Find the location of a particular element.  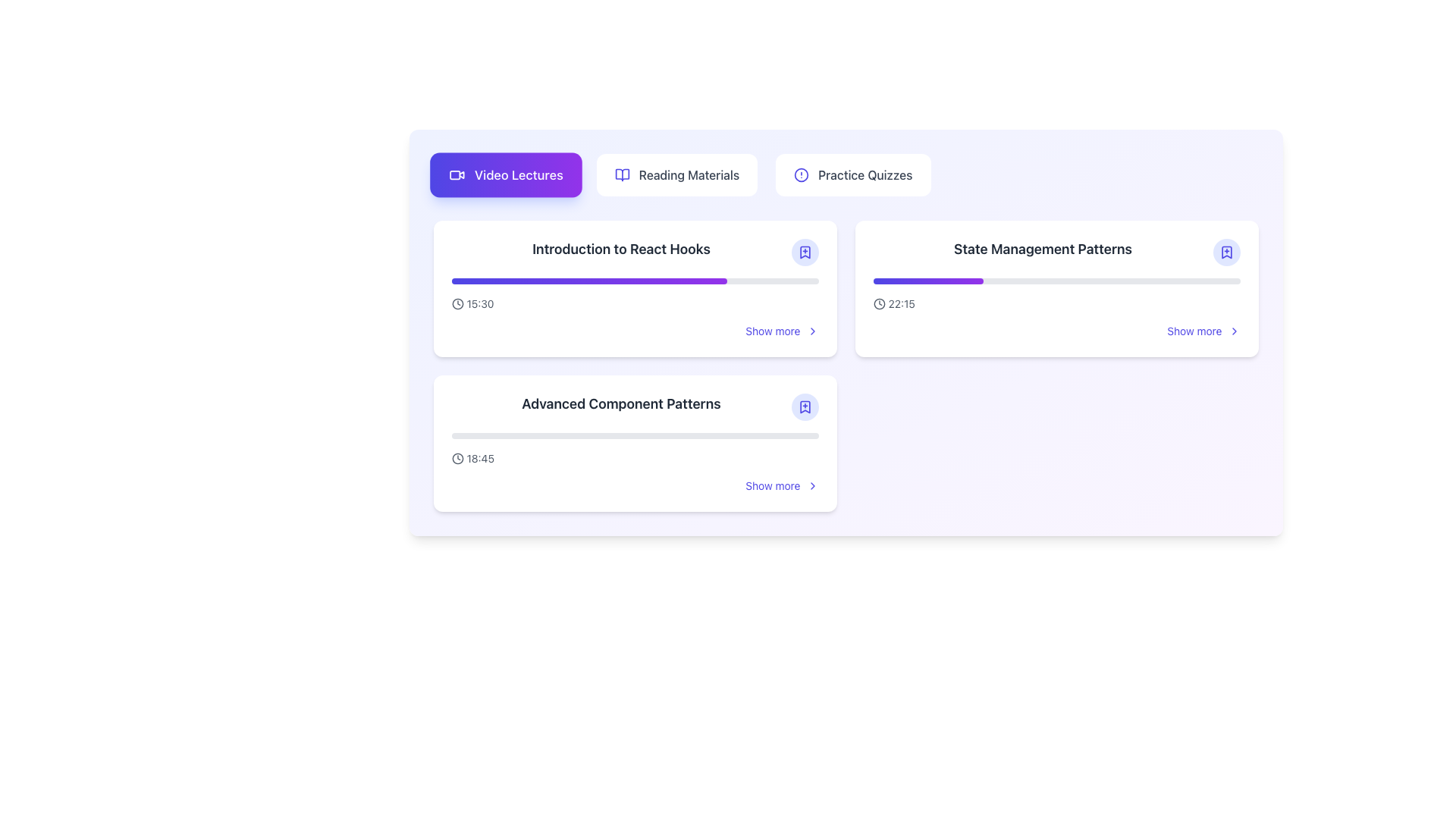

the interactive button to bookmark or save the content located to the right of the text 'Introduction to React Hooks' is located at coordinates (804, 251).